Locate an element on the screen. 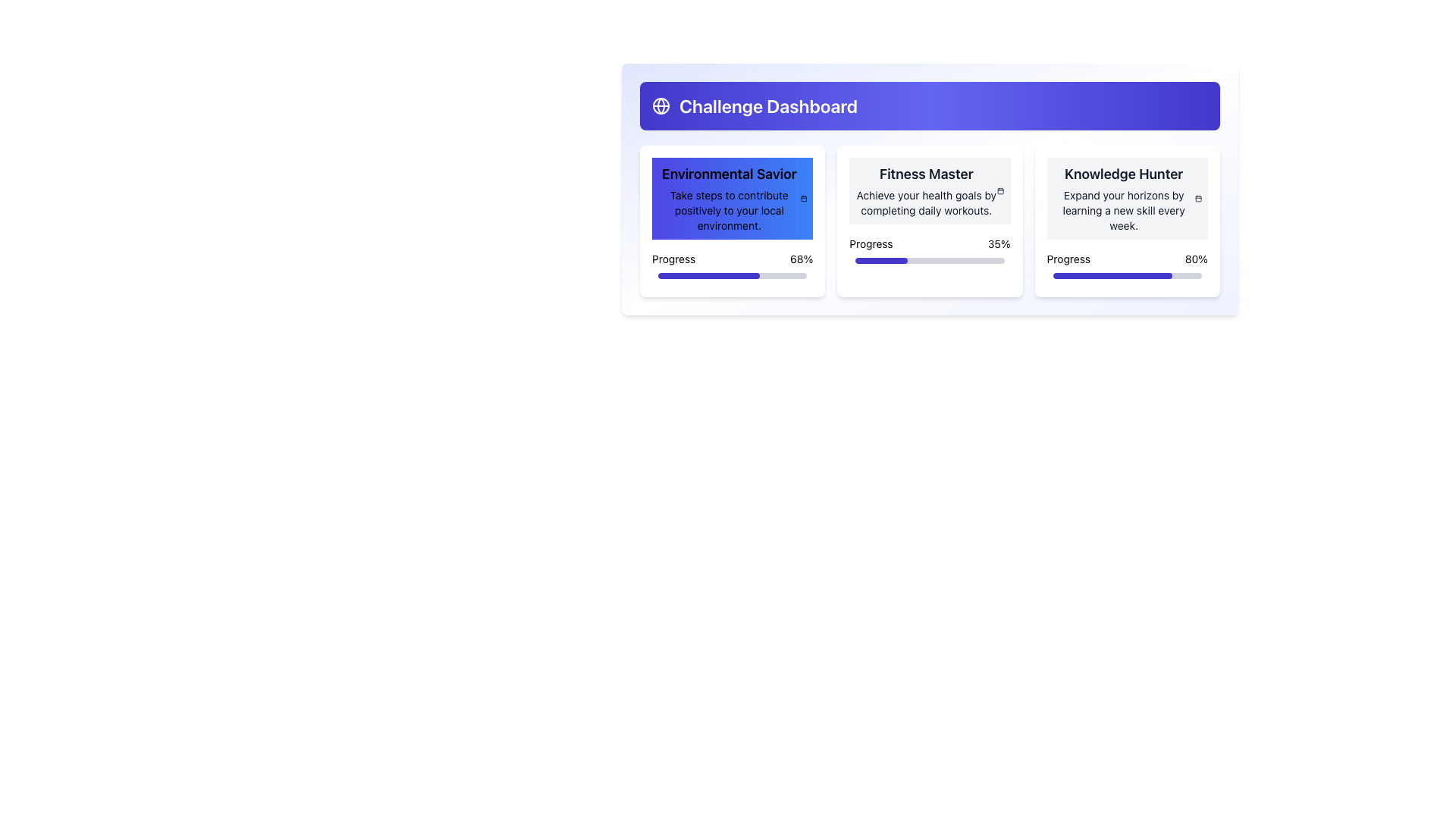 This screenshot has height=819, width=1456. text label 'Progress' located in the bottom left corner of the 'Fitness Master' card, which is above the progress bar and to the left of the percentage indicator is located at coordinates (871, 243).